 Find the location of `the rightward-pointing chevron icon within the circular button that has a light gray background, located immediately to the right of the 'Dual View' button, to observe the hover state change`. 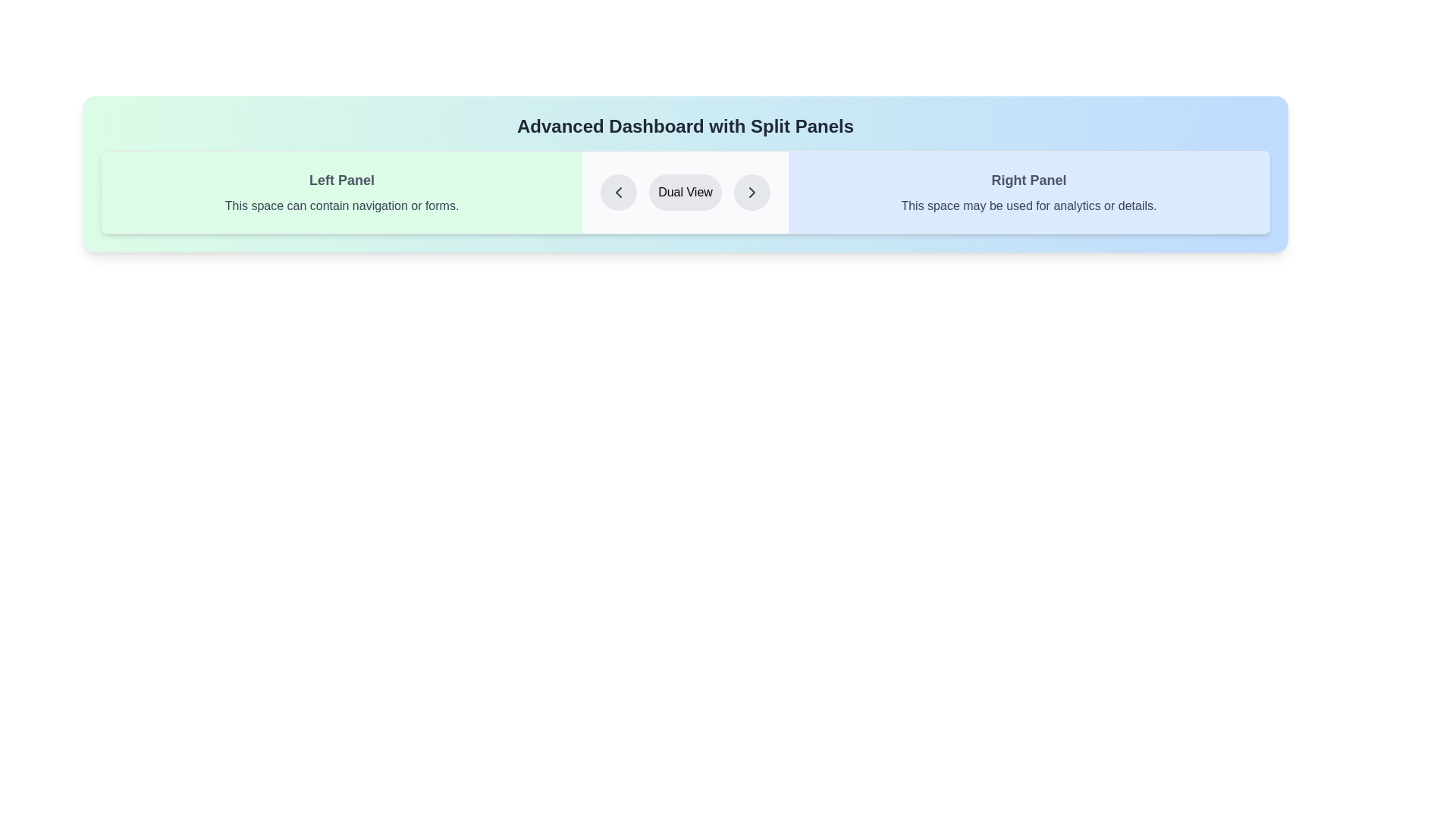

the rightward-pointing chevron icon within the circular button that has a light gray background, located immediately to the right of the 'Dual View' button, to observe the hover state change is located at coordinates (752, 192).